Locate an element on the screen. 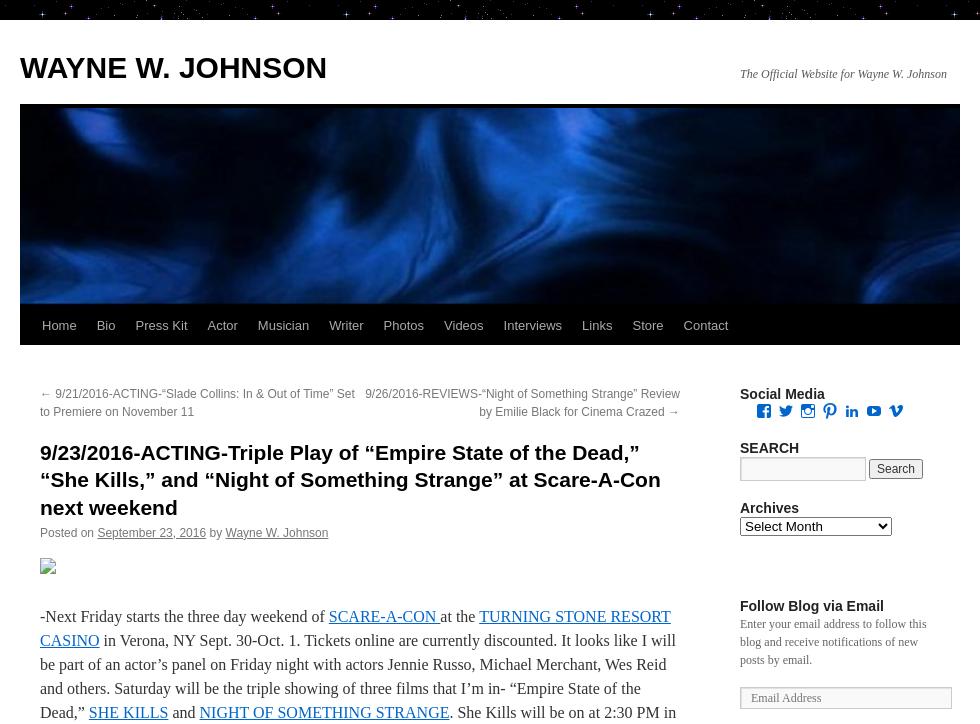  'September 23, 2016' is located at coordinates (151, 530).